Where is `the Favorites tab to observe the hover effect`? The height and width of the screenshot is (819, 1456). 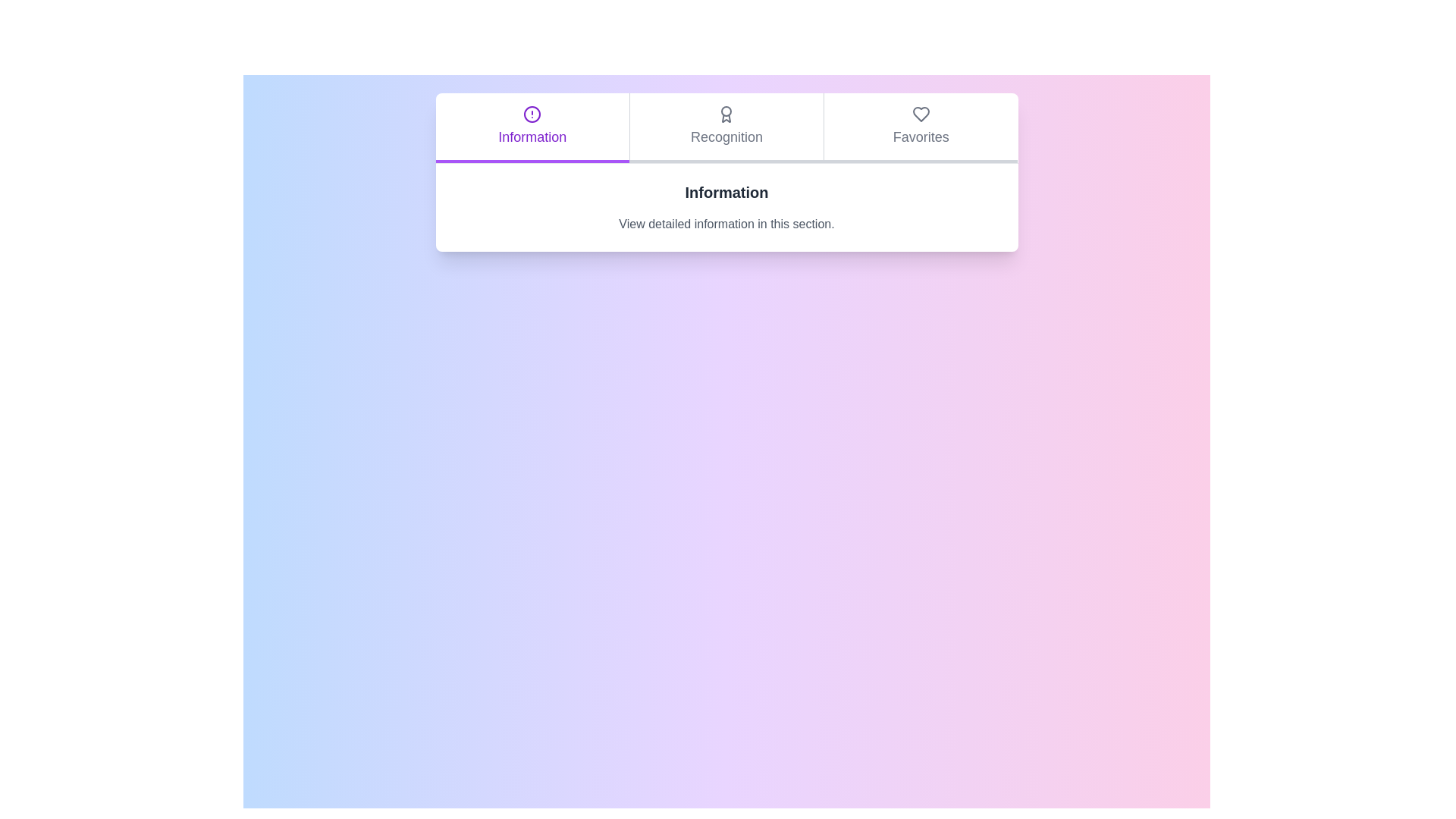
the Favorites tab to observe the hover effect is located at coordinates (920, 127).